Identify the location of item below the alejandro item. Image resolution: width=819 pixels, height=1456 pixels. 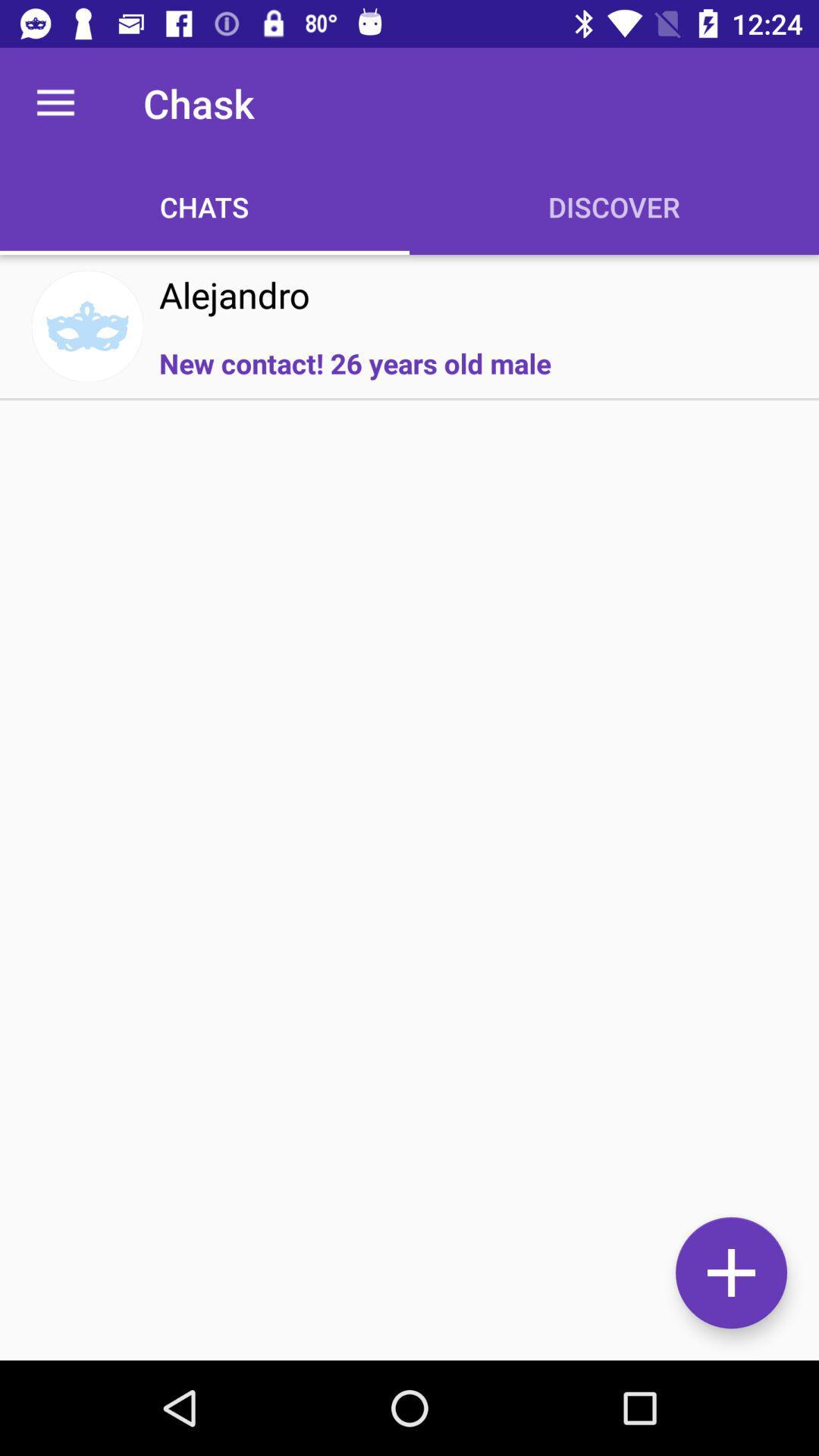
(355, 362).